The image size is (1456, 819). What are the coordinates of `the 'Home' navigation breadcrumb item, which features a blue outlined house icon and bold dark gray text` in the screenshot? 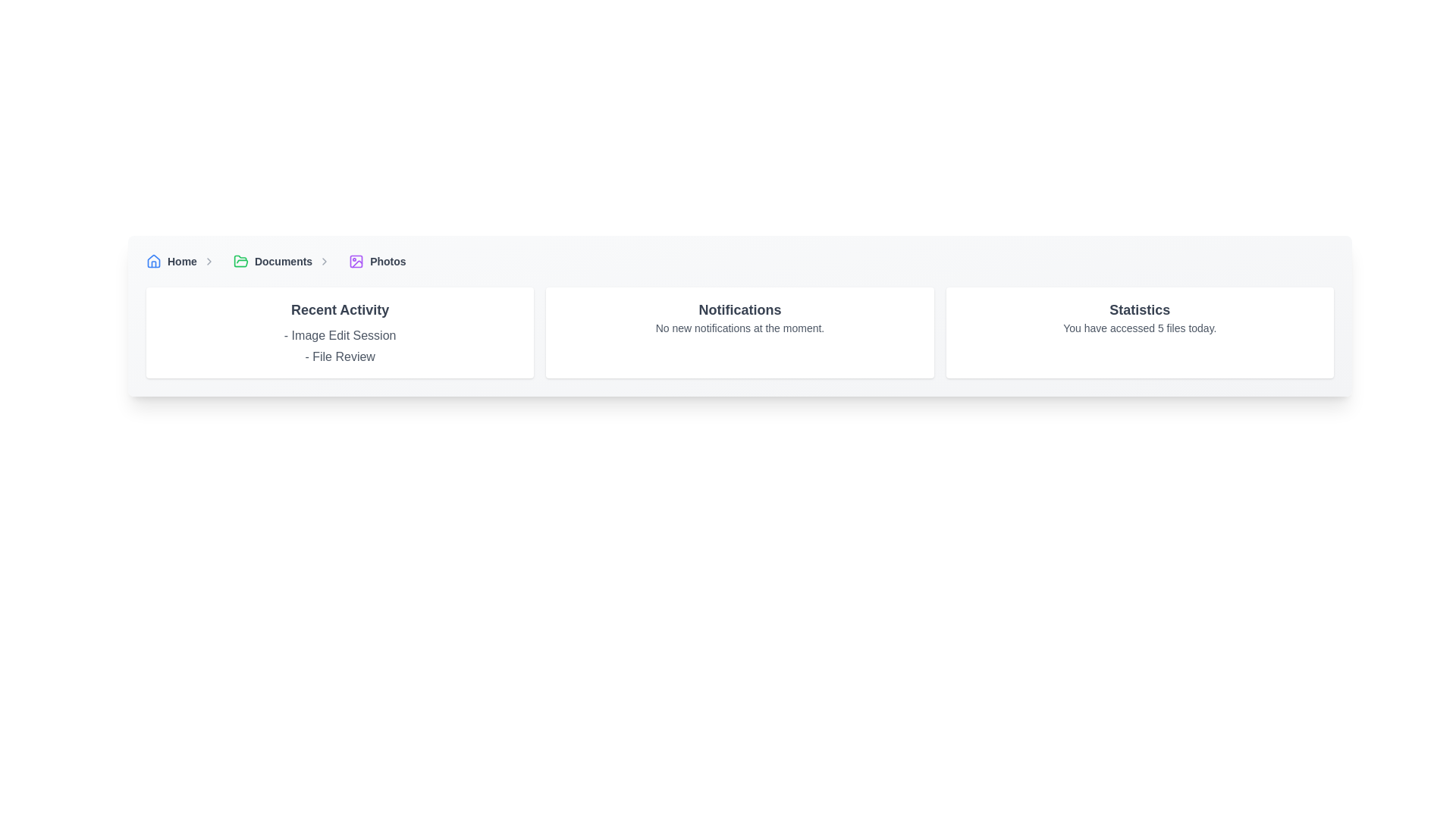 It's located at (183, 260).